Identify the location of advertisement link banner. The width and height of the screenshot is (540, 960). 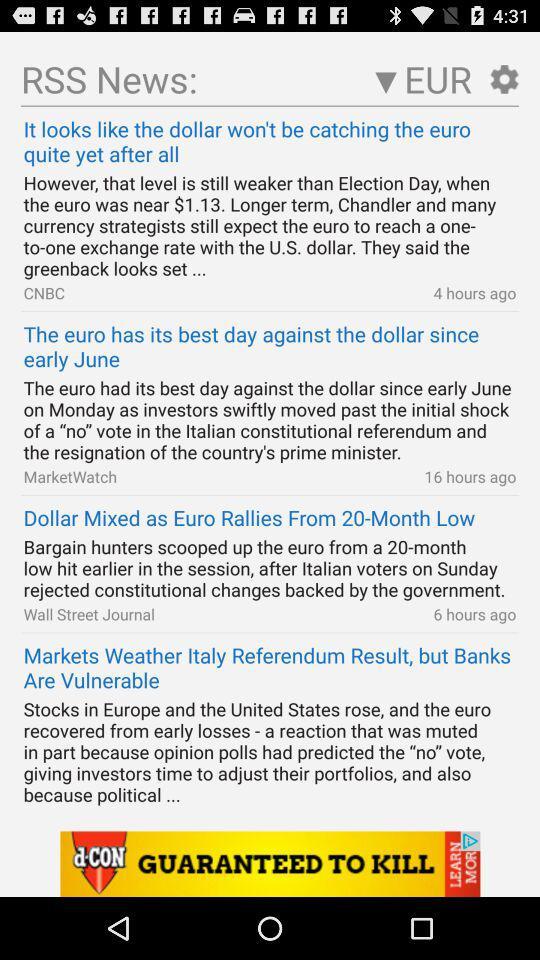
(270, 863).